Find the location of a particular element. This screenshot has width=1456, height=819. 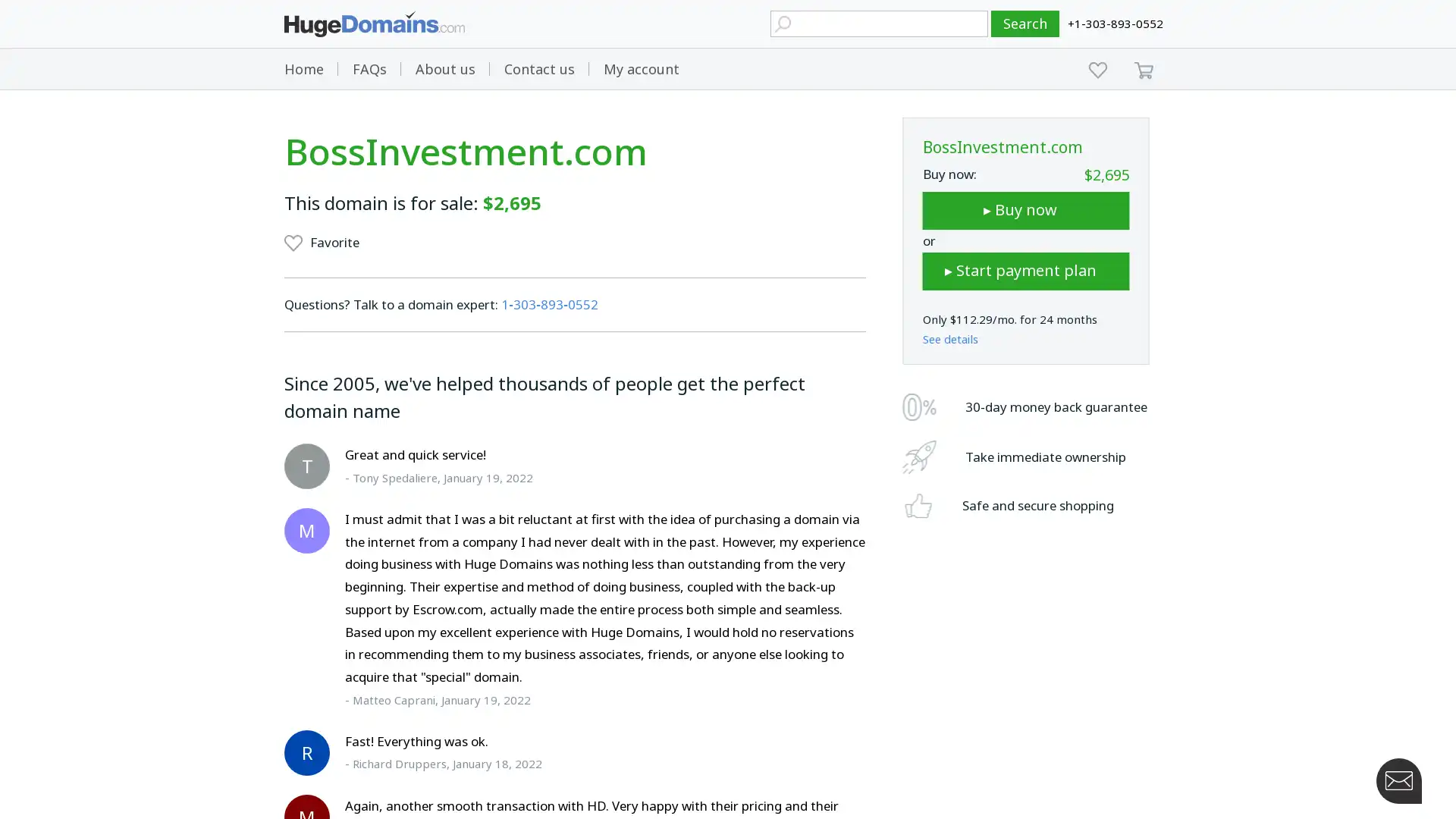

Search is located at coordinates (1025, 24).